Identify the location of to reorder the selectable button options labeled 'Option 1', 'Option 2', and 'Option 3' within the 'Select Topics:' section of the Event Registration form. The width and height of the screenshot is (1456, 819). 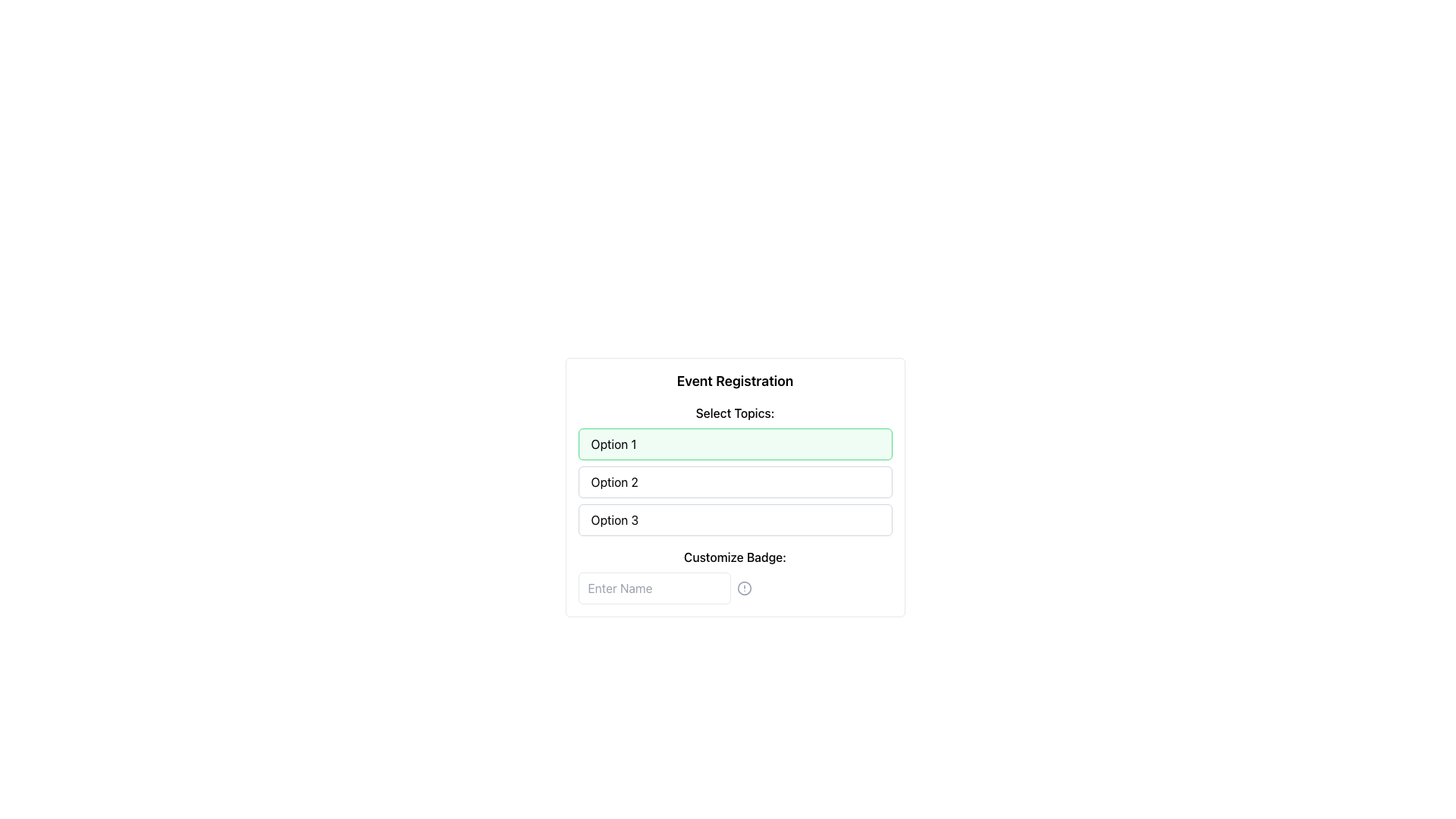
(735, 469).